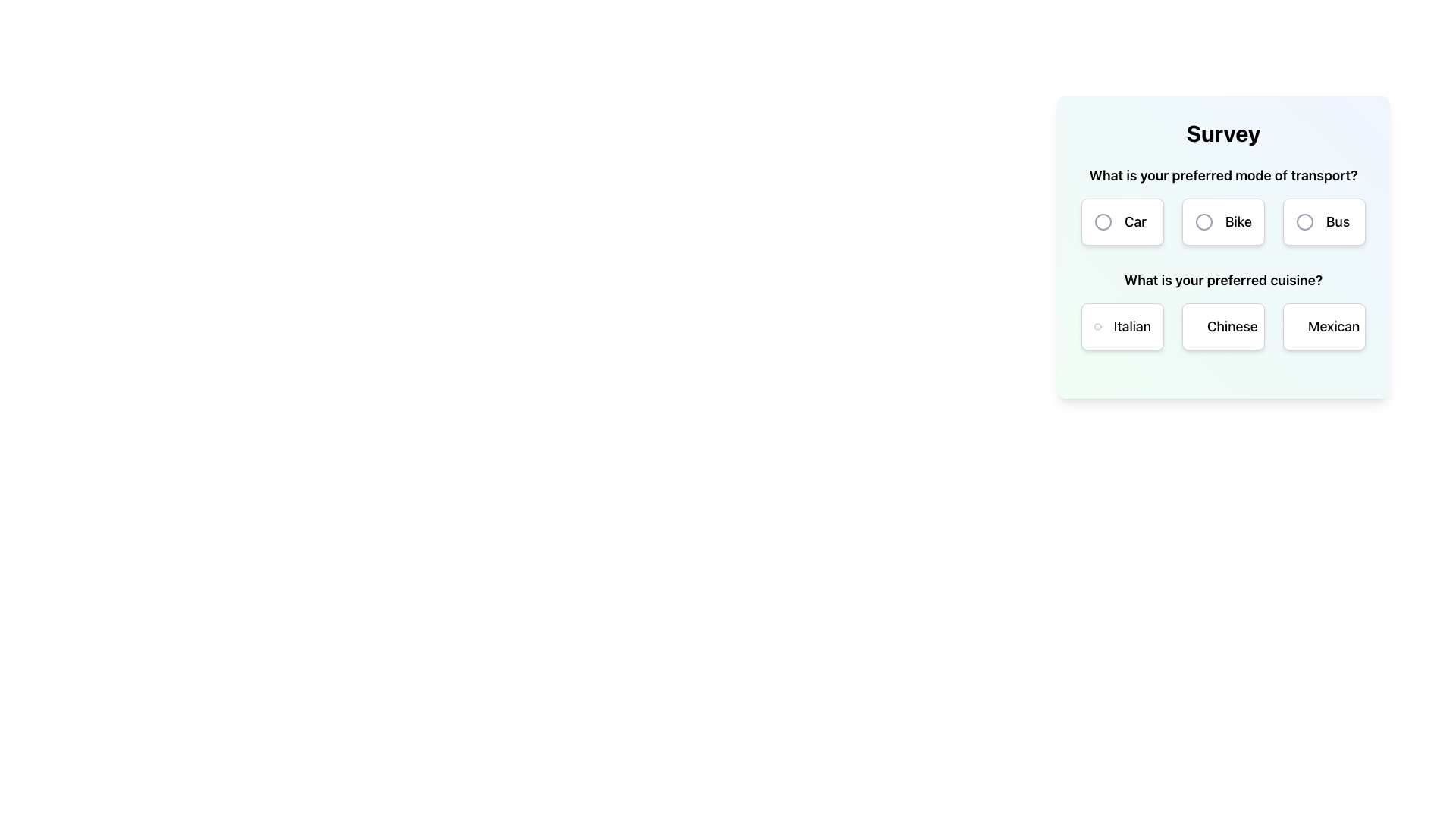 The width and height of the screenshot is (1456, 819). I want to click on the circular radio button for the 'Chinese' option in the survey form, so click(1203, 326).